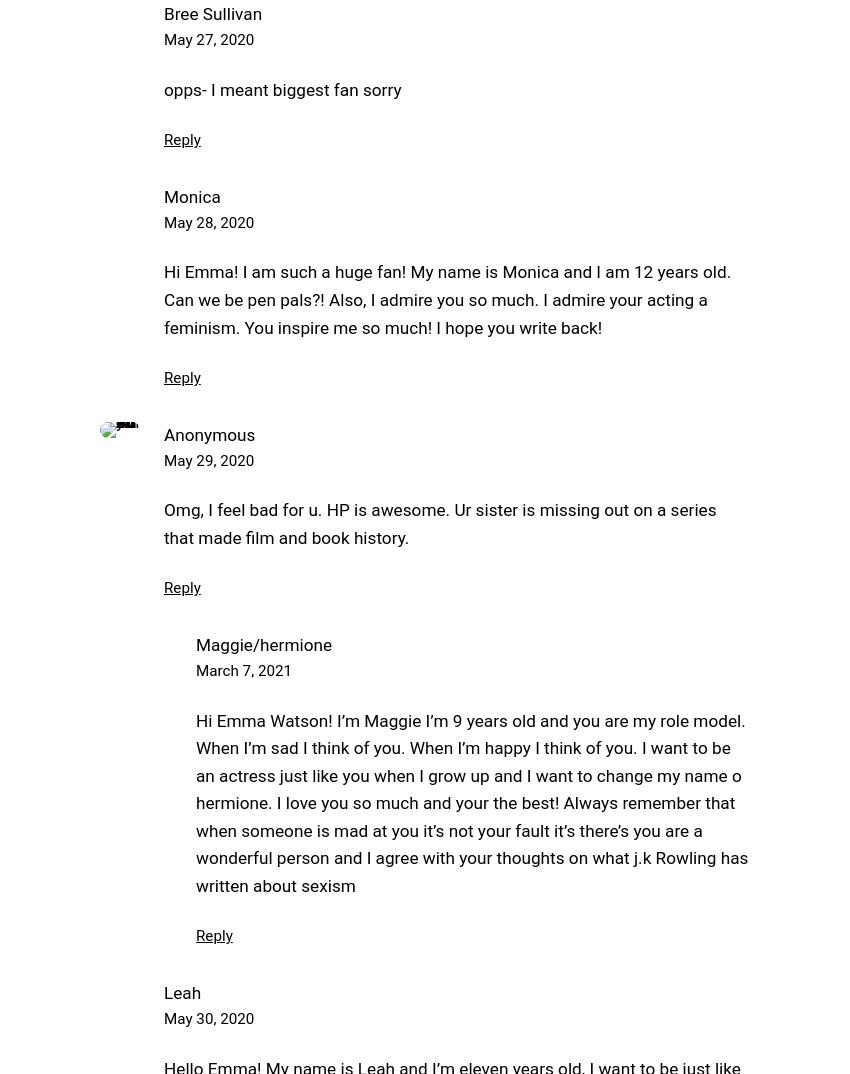 The height and width of the screenshot is (1074, 850). I want to click on 'May 28, 2020', so click(163, 221).